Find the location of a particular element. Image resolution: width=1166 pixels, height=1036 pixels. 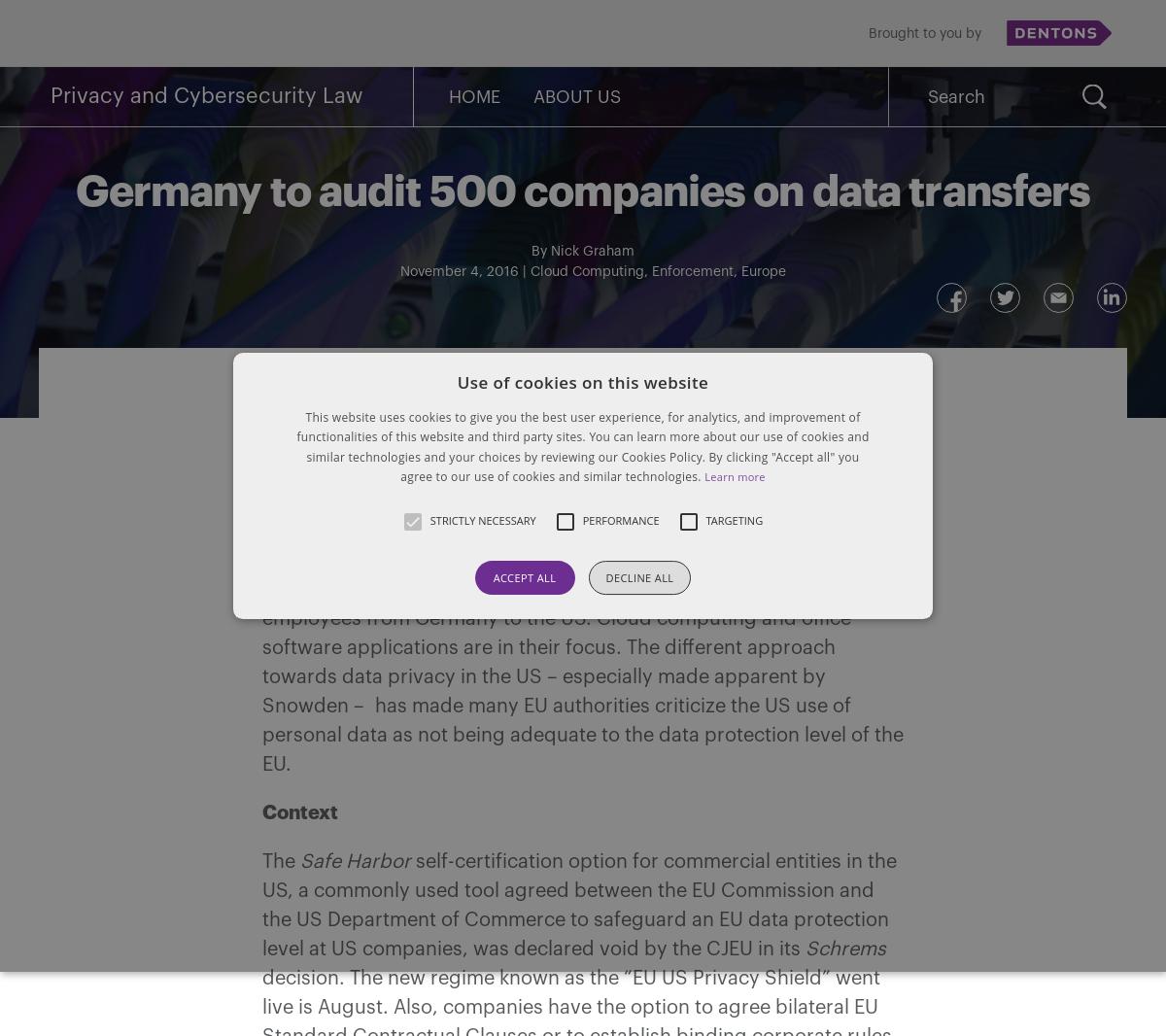

'The German data protection authorities have announced today that they have chosen 500 companies throughout Germany to audit their transfer of personal data to the US and other countries (eg. India).  The targets were chosen by random and cover small, medium-size and also large companies known to transfer data of their customers or employees from Germany to the US. Cloud computing and office software applications are in their focus. The different approach towards data privacy in the US – especially made apparent by Snowden –  has made many EU authorities criticize the US use of personal data as not being adequate to the data protection level of the EU.' is located at coordinates (583, 618).